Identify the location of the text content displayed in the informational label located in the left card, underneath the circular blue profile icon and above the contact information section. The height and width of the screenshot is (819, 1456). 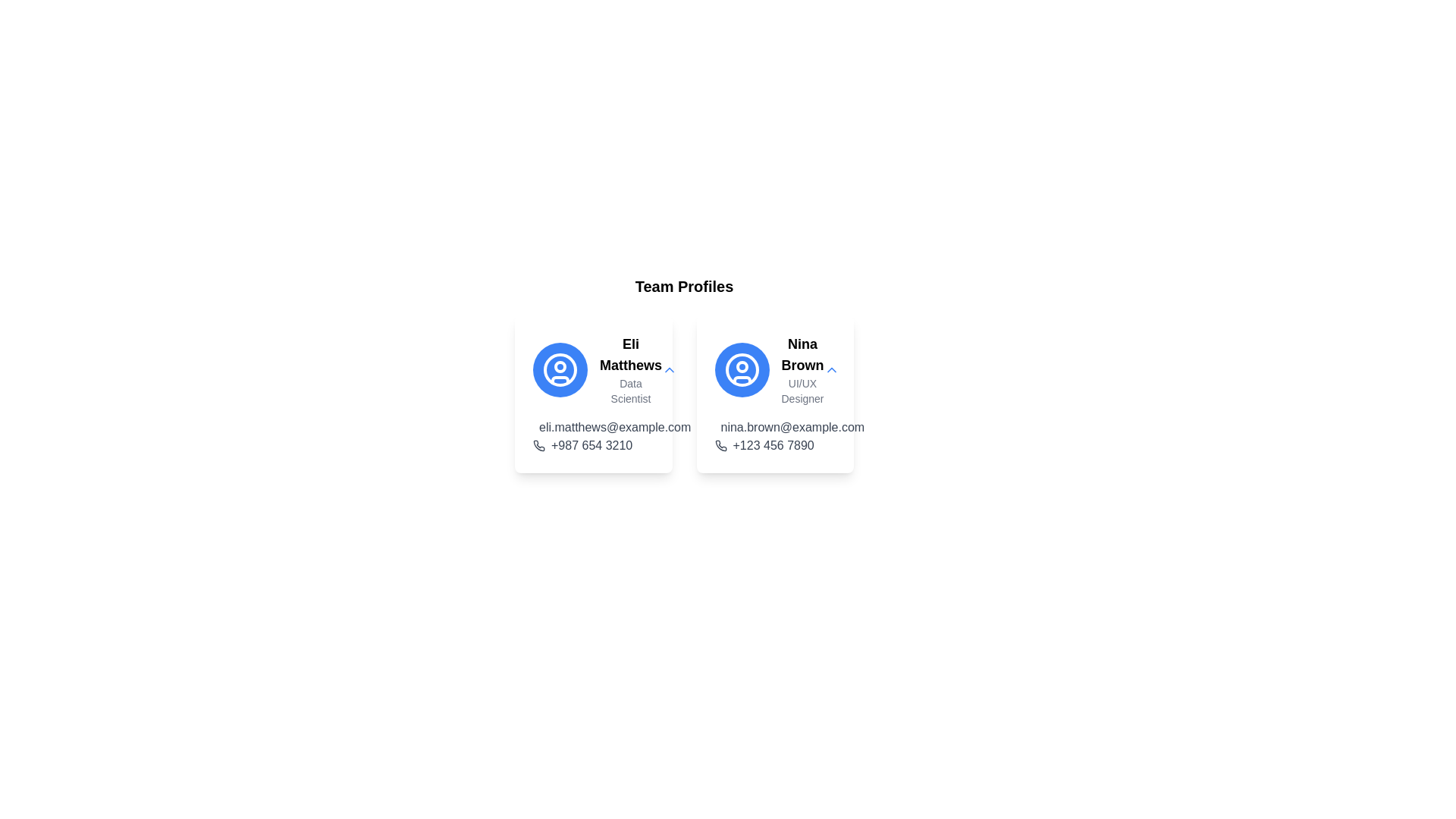
(630, 370).